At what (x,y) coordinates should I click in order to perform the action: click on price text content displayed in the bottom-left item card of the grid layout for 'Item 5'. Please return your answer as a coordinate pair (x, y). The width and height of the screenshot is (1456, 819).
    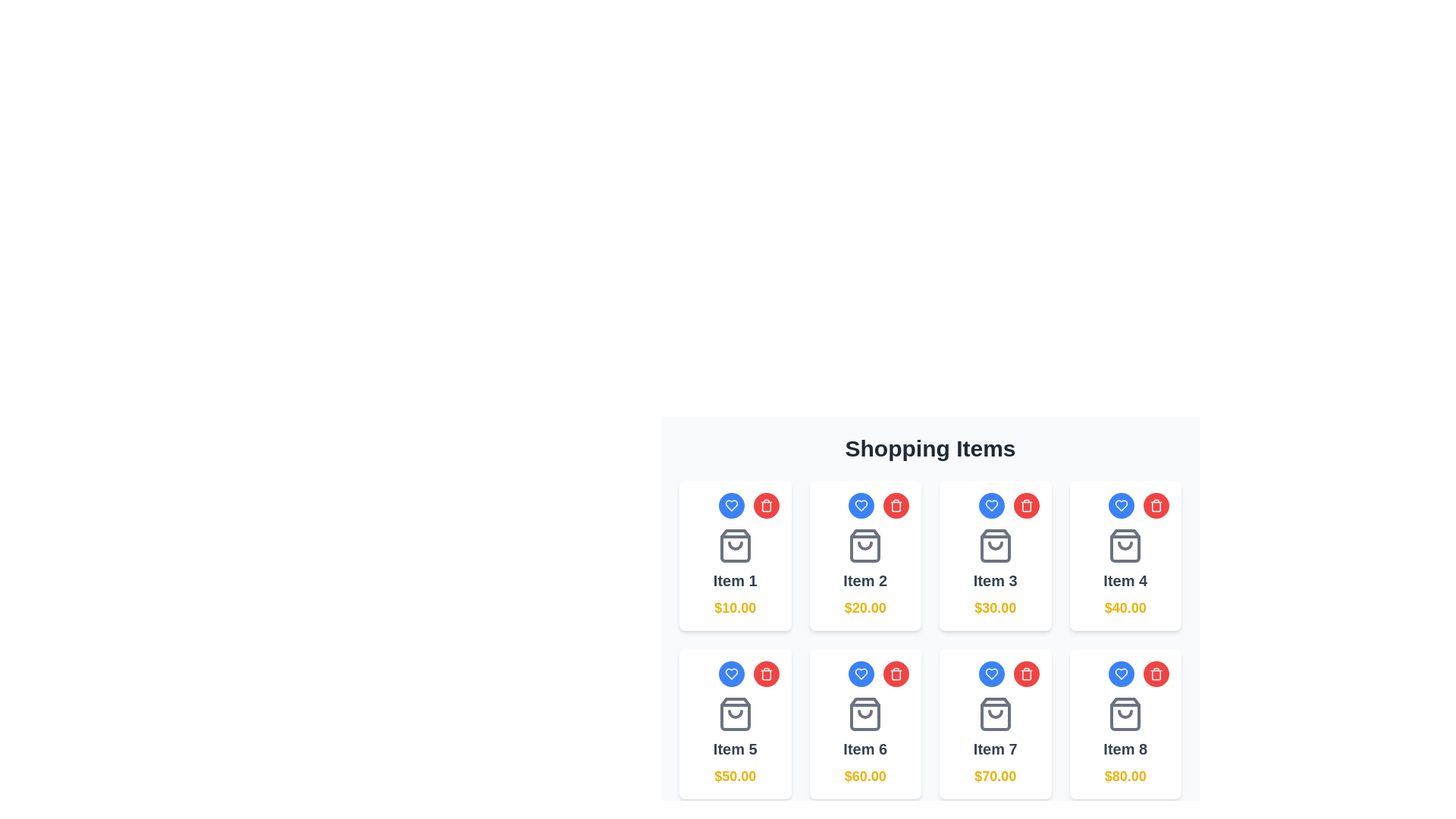
    Looking at the image, I should click on (735, 776).